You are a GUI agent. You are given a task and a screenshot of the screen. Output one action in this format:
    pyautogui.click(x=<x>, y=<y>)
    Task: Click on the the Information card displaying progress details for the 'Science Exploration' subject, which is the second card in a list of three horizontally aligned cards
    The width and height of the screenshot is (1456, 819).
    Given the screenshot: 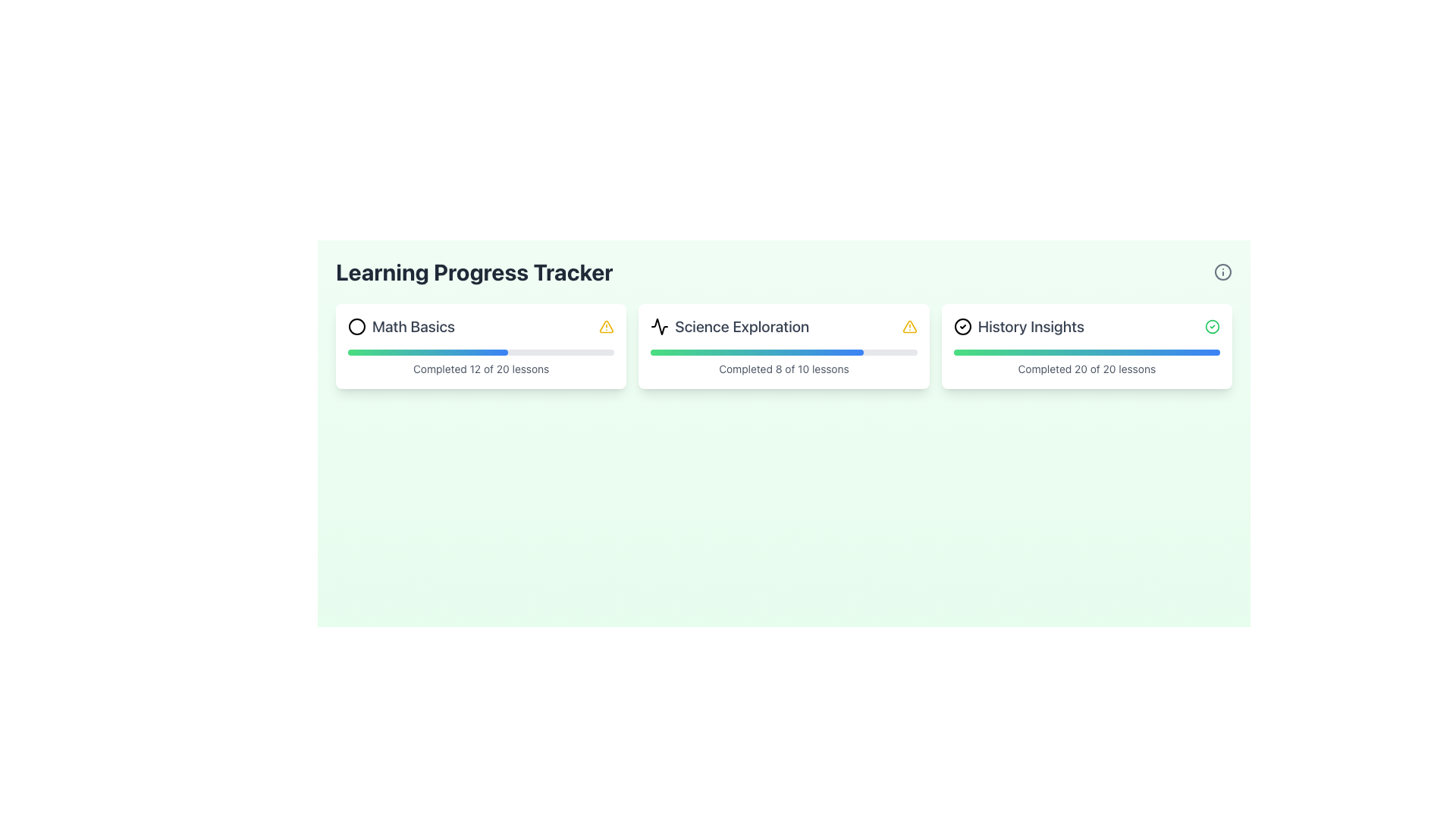 What is the action you would take?
    pyautogui.click(x=783, y=346)
    